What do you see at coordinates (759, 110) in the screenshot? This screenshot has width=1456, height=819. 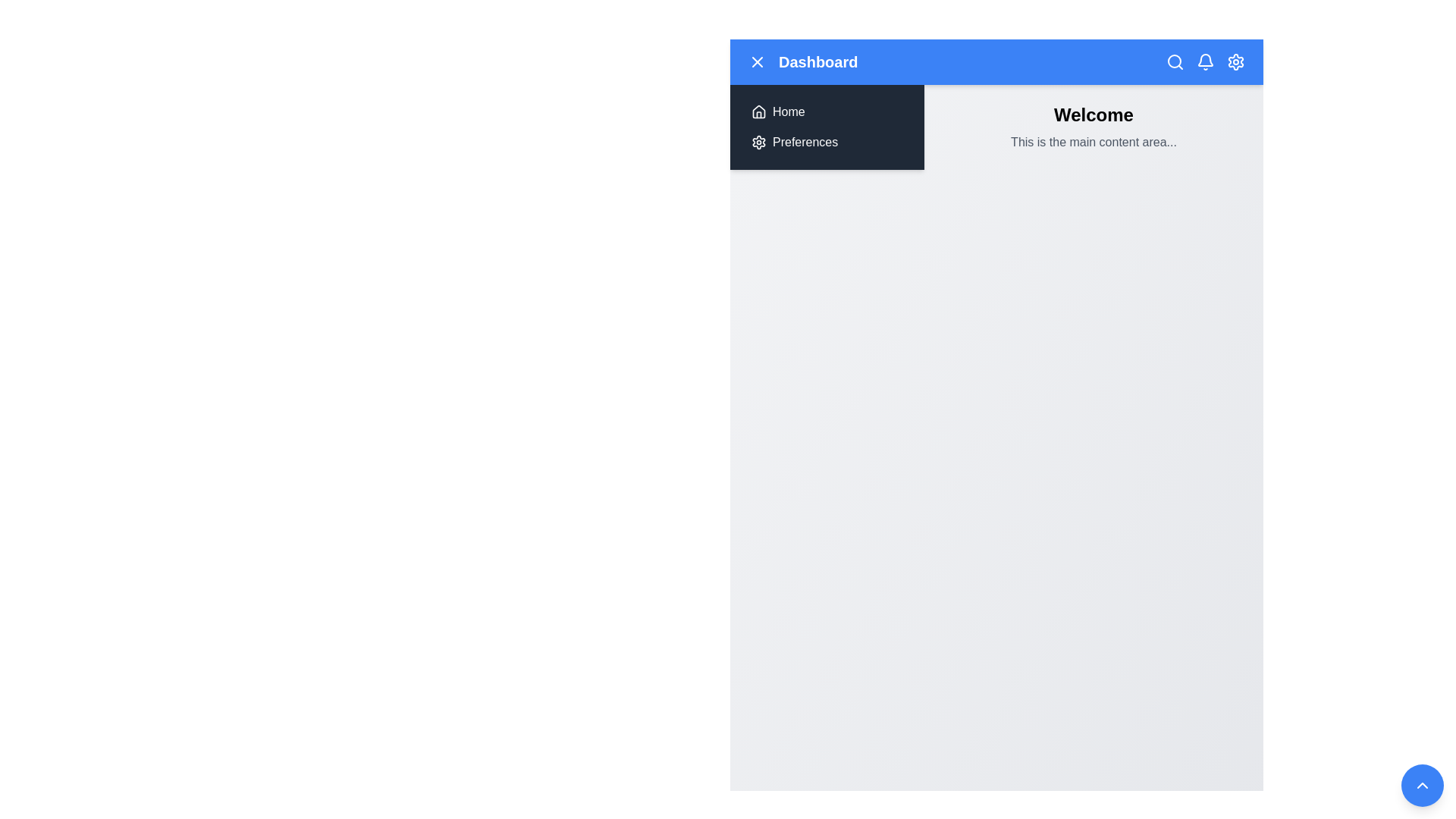 I see `the 'Home' icon located in the left-hand menu of the dropdown panel for navigation cues` at bounding box center [759, 110].